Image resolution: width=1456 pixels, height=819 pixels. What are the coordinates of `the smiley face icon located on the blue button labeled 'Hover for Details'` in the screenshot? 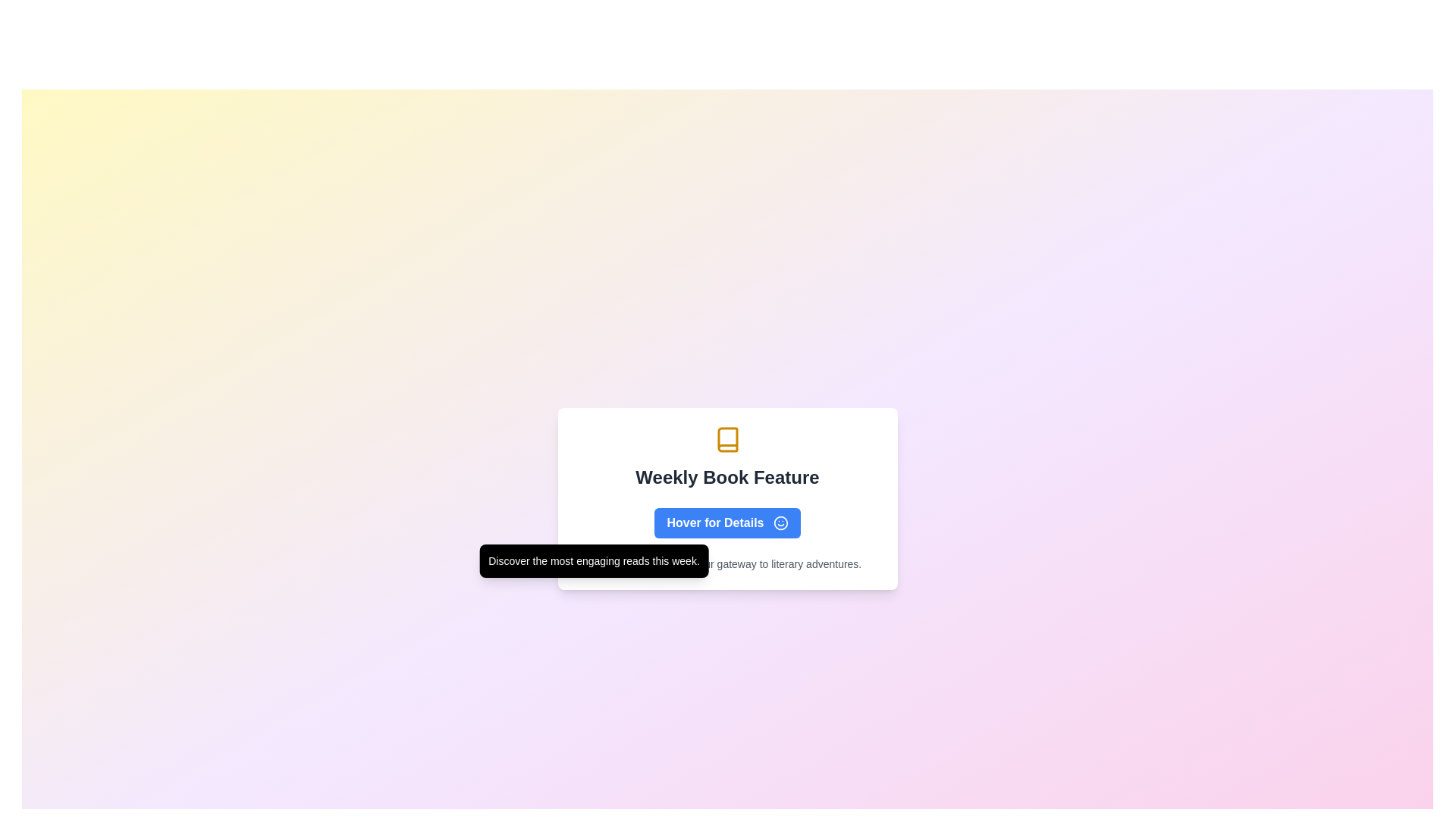 It's located at (780, 522).